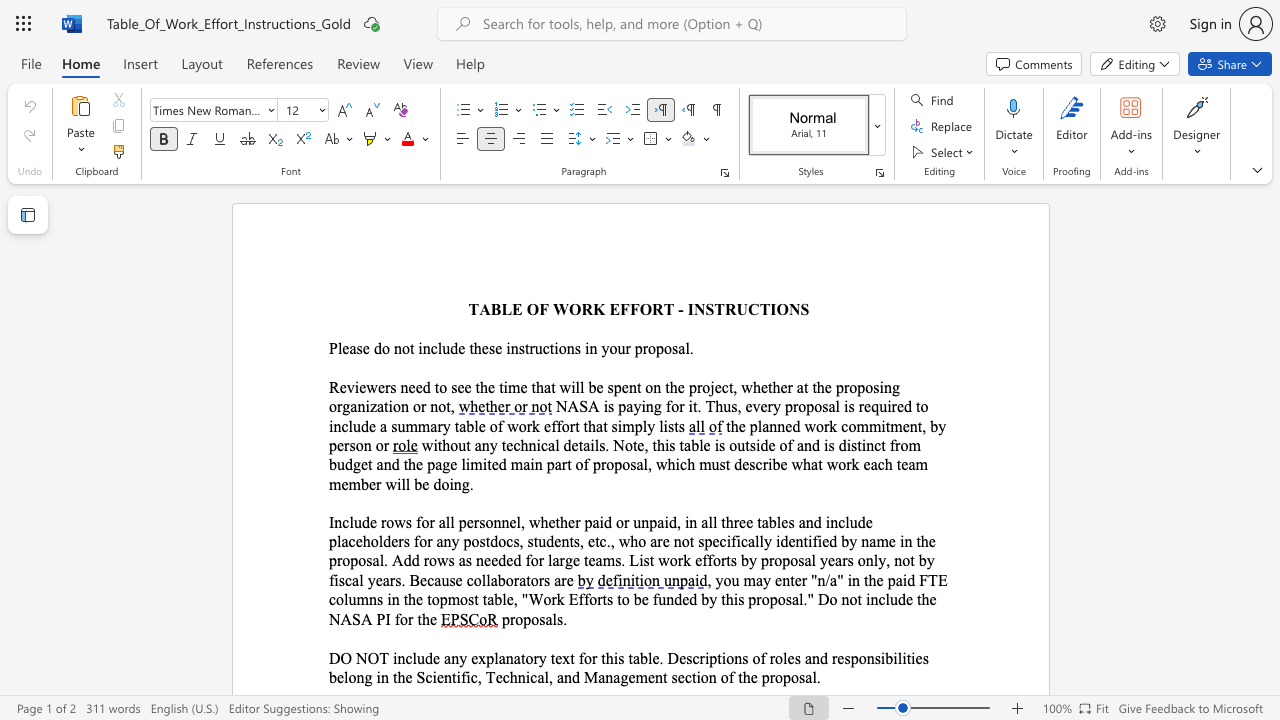 The width and height of the screenshot is (1280, 720). Describe the element at coordinates (379, 560) in the screenshot. I see `the subset text "l. Add rows as needed for large teams. List work efforts by proposal year" within the text "by name in the proposal. Add rows as needed for large teams. List work efforts by proposal years only, not by fiscal years. Because collaborators are"` at that location.